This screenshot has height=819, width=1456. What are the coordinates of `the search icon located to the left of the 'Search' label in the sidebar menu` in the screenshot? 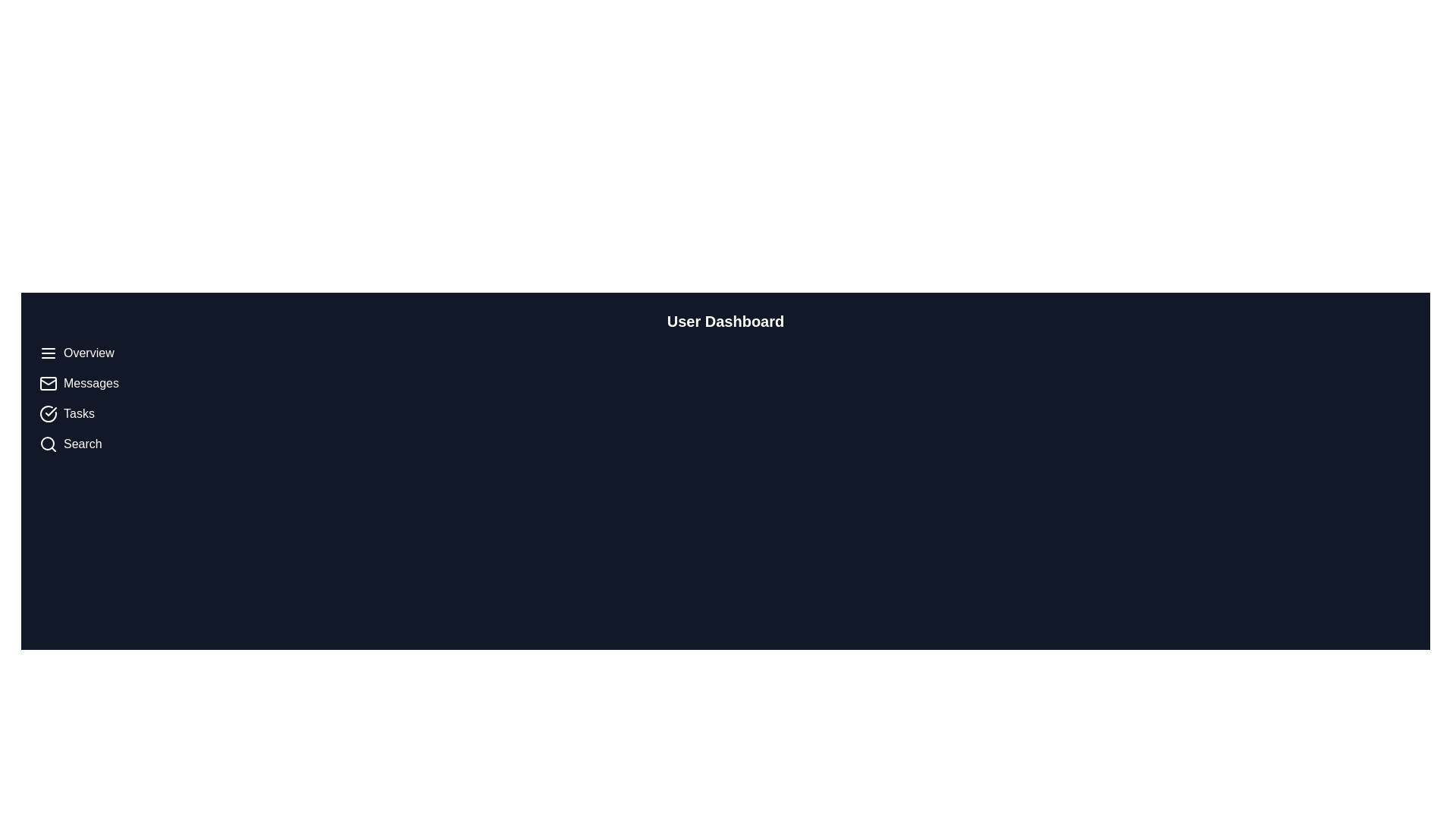 It's located at (48, 444).